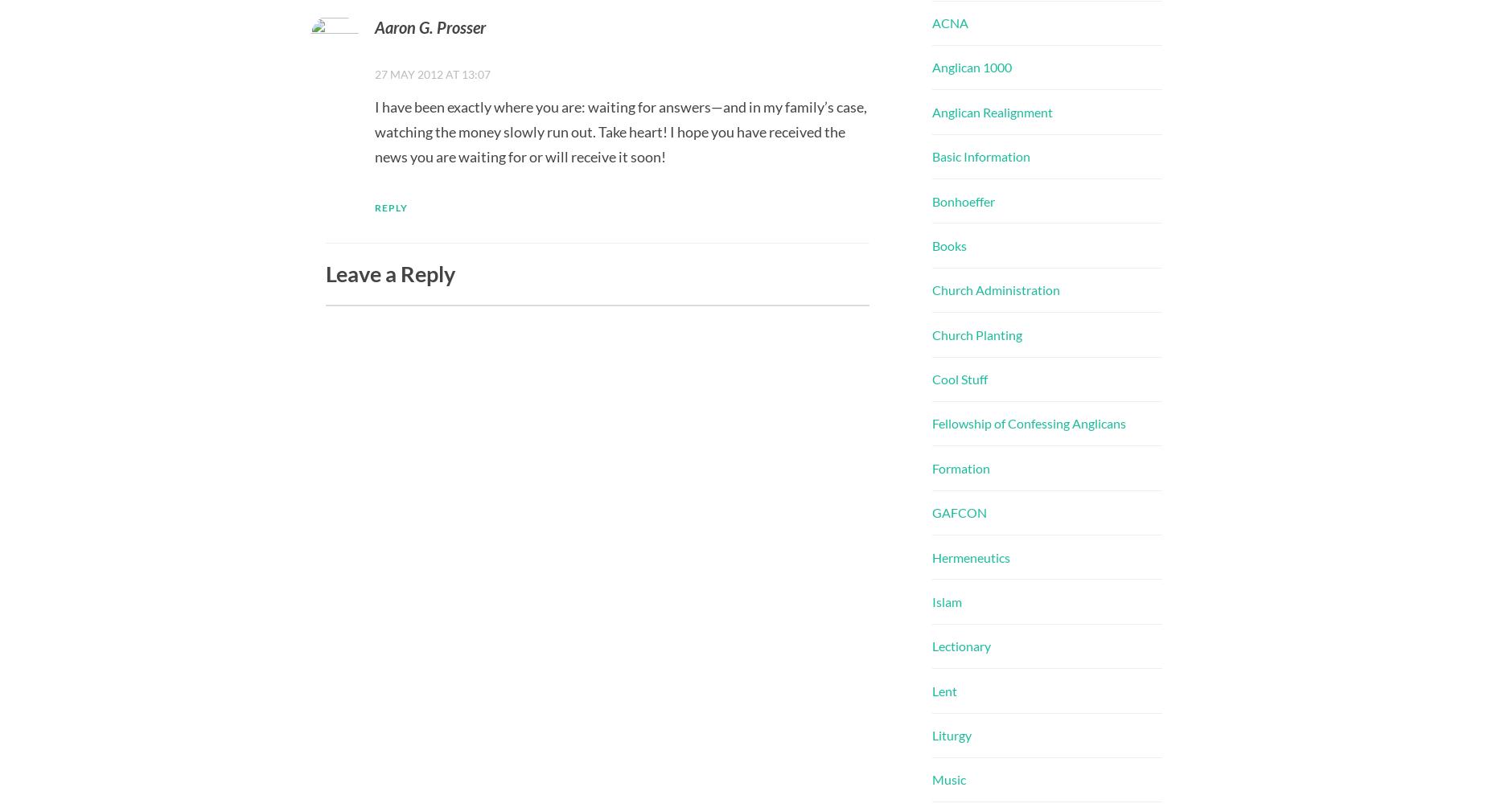 This screenshot has height=812, width=1488. I want to click on 'Reply', so click(391, 207).